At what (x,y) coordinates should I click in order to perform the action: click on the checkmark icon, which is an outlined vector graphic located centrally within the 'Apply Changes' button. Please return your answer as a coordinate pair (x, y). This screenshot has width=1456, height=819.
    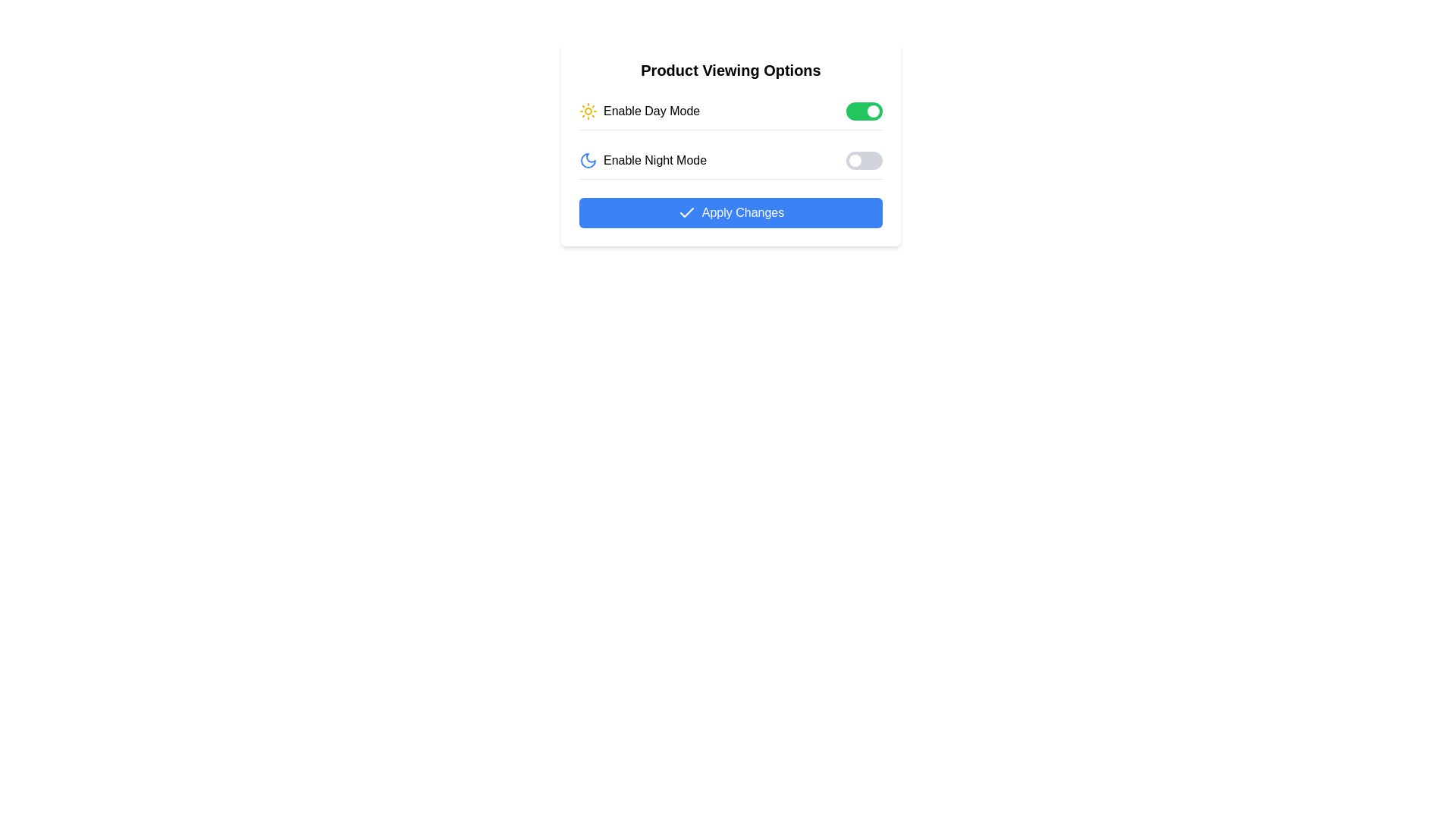
    Looking at the image, I should click on (686, 212).